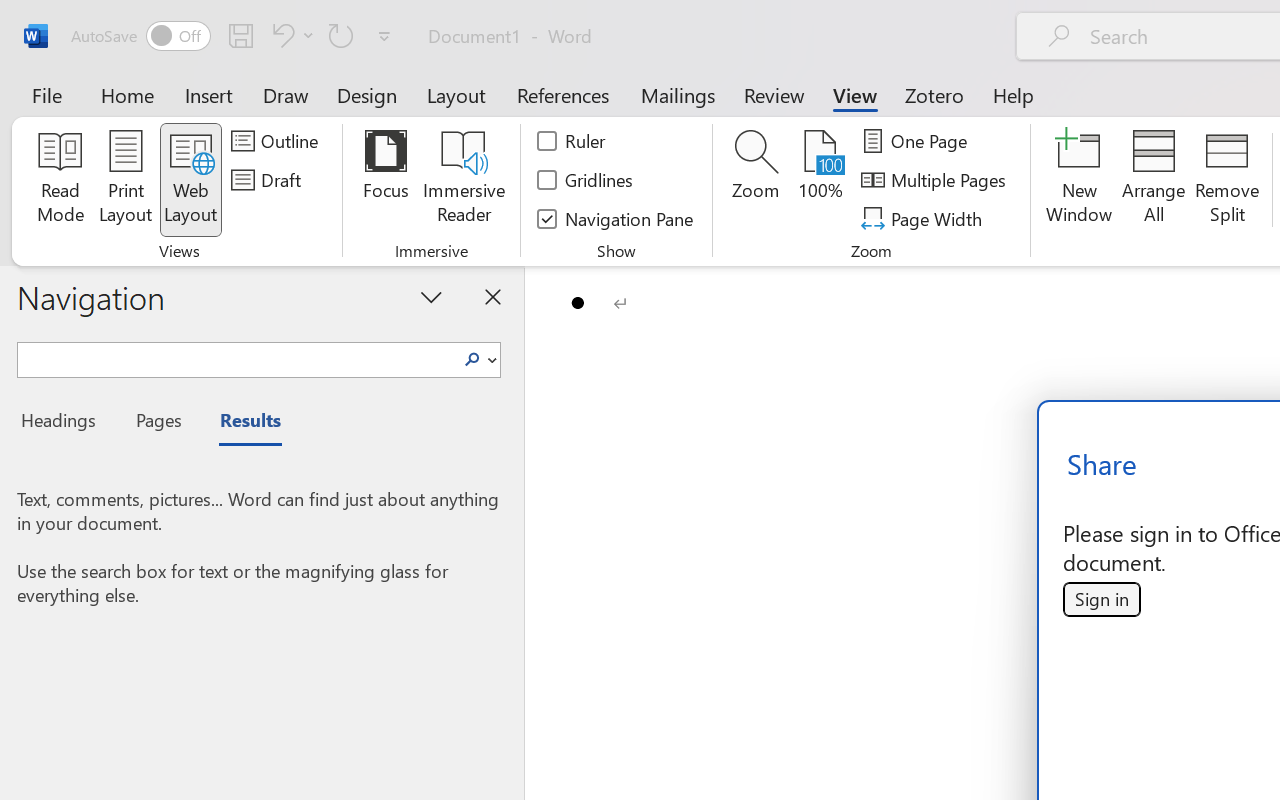  Describe the element at coordinates (615, 218) in the screenshot. I see `'Navigation Pane'` at that location.